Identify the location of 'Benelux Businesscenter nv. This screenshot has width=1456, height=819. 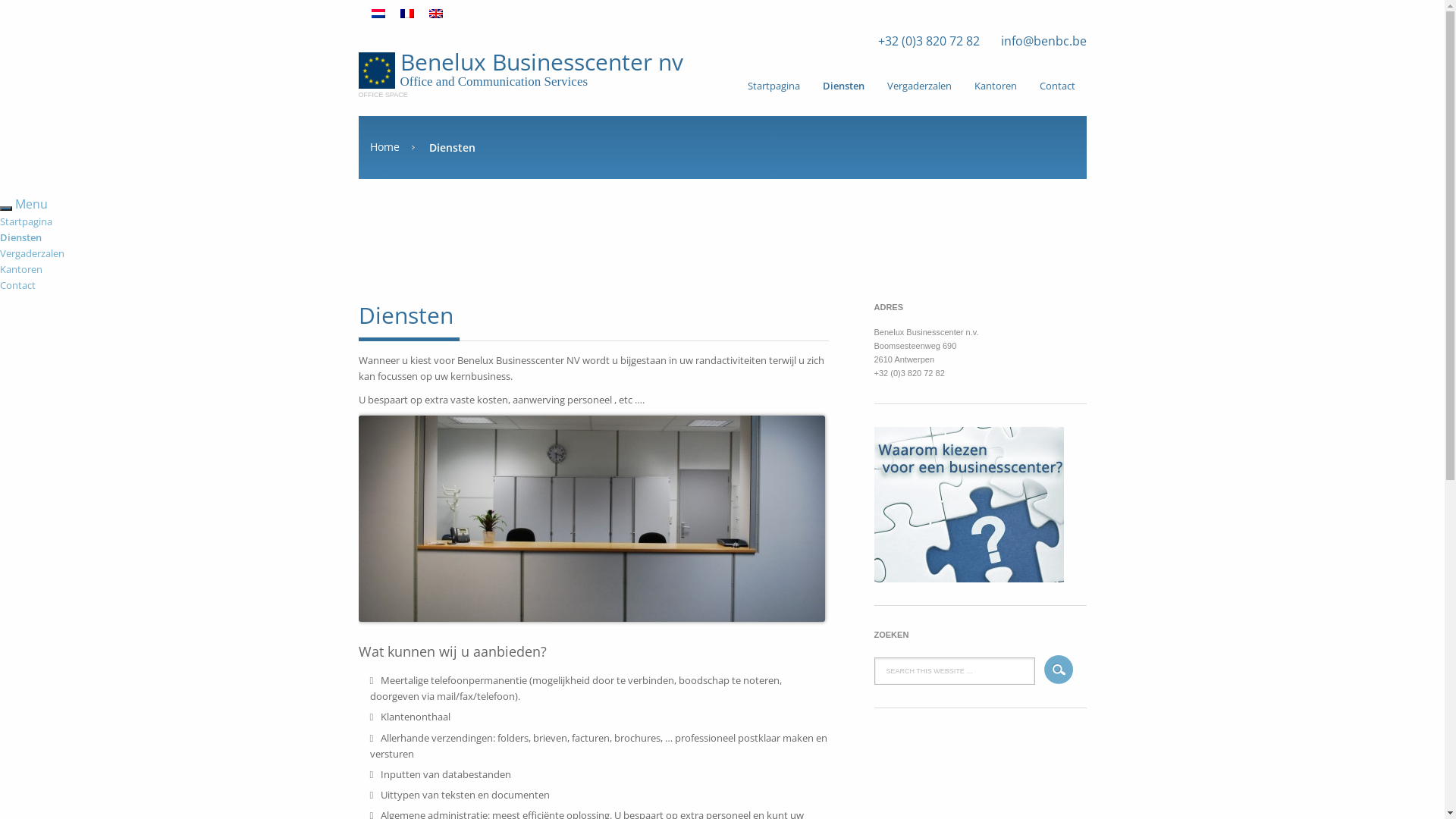
(356, 70).